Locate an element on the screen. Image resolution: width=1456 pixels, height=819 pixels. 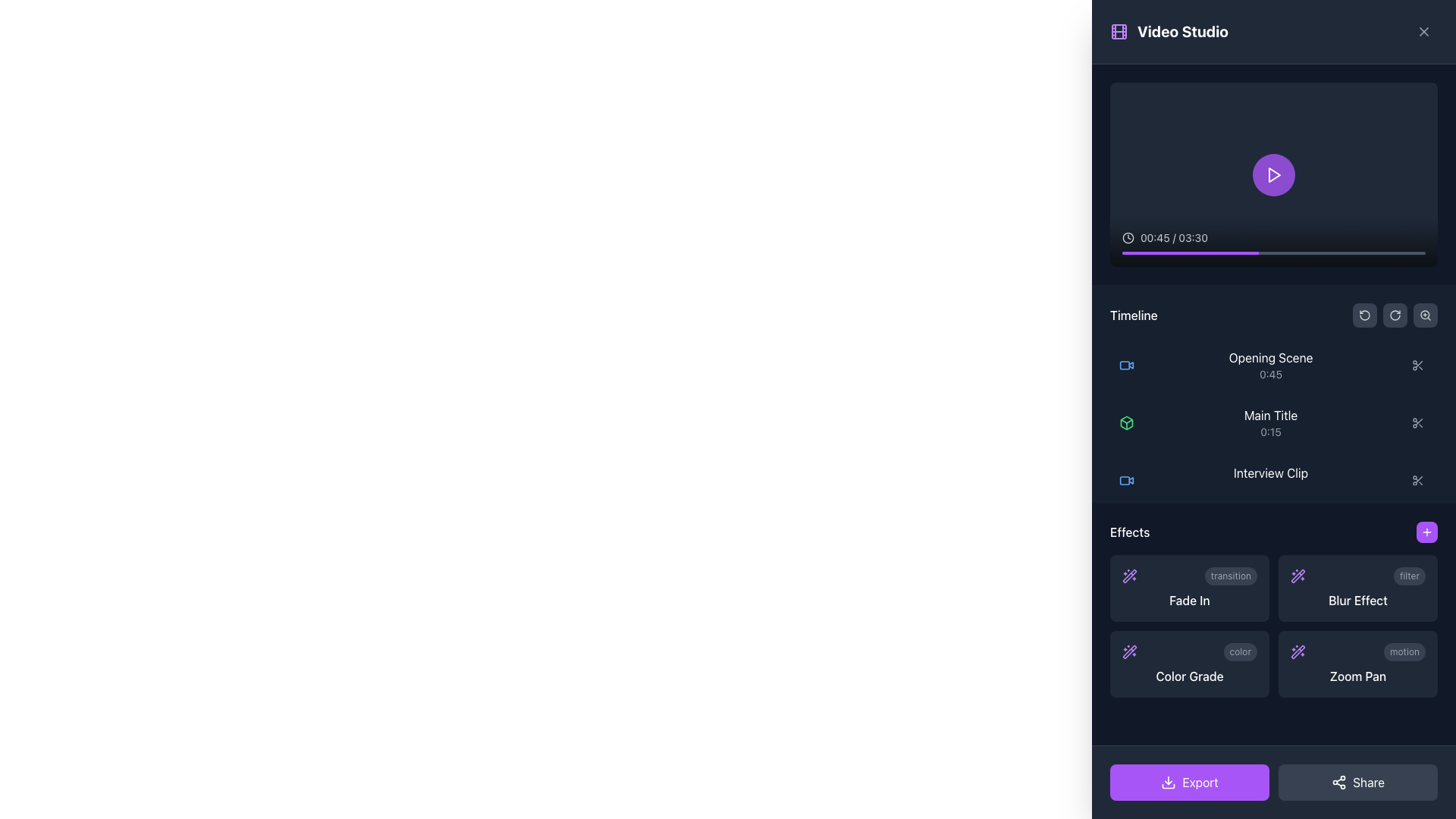
the 'Color Grade' button is located at coordinates (1189, 663).